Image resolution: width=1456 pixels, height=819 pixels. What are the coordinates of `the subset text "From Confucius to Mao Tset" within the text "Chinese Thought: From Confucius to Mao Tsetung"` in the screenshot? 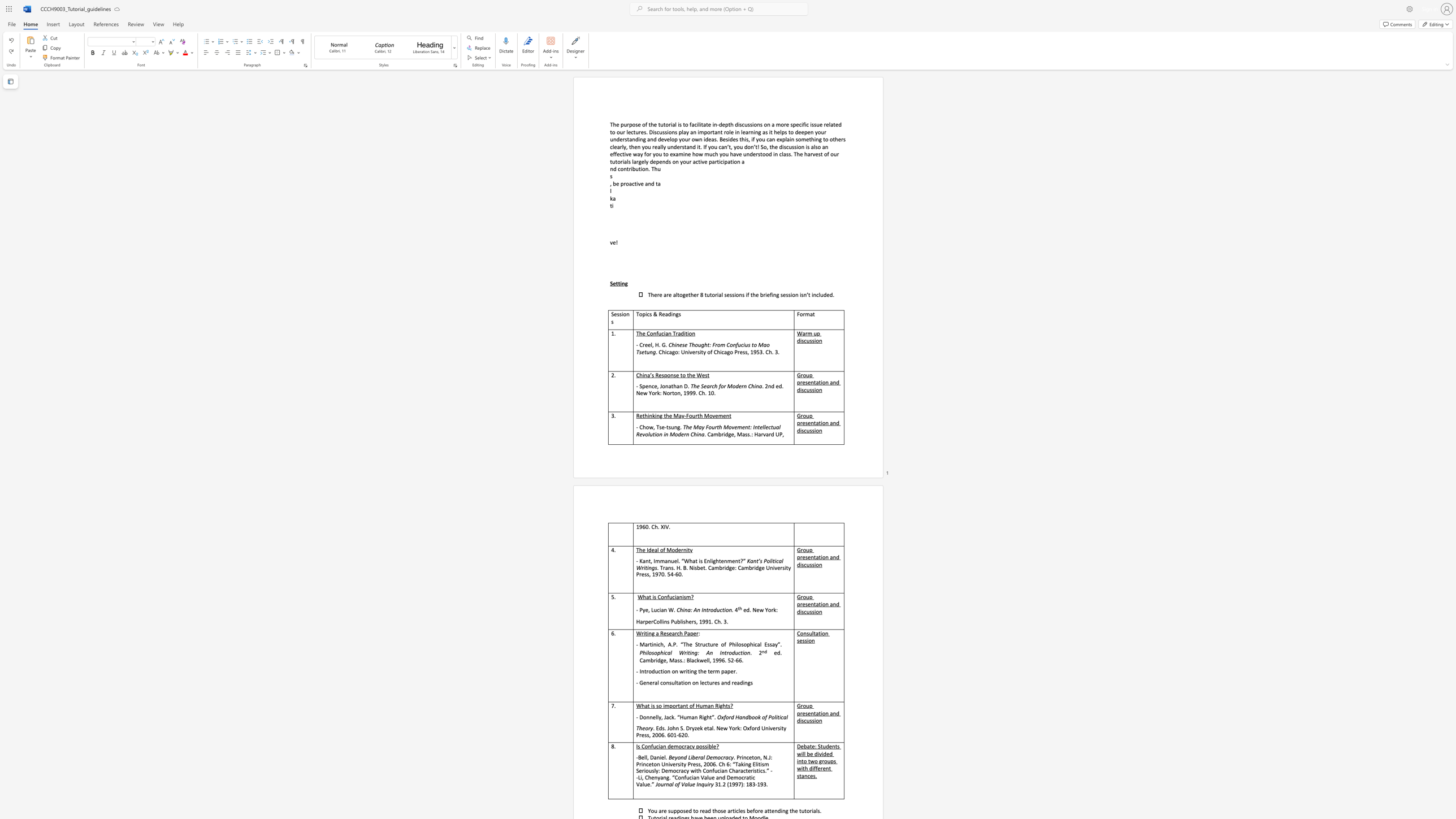 It's located at (711, 344).